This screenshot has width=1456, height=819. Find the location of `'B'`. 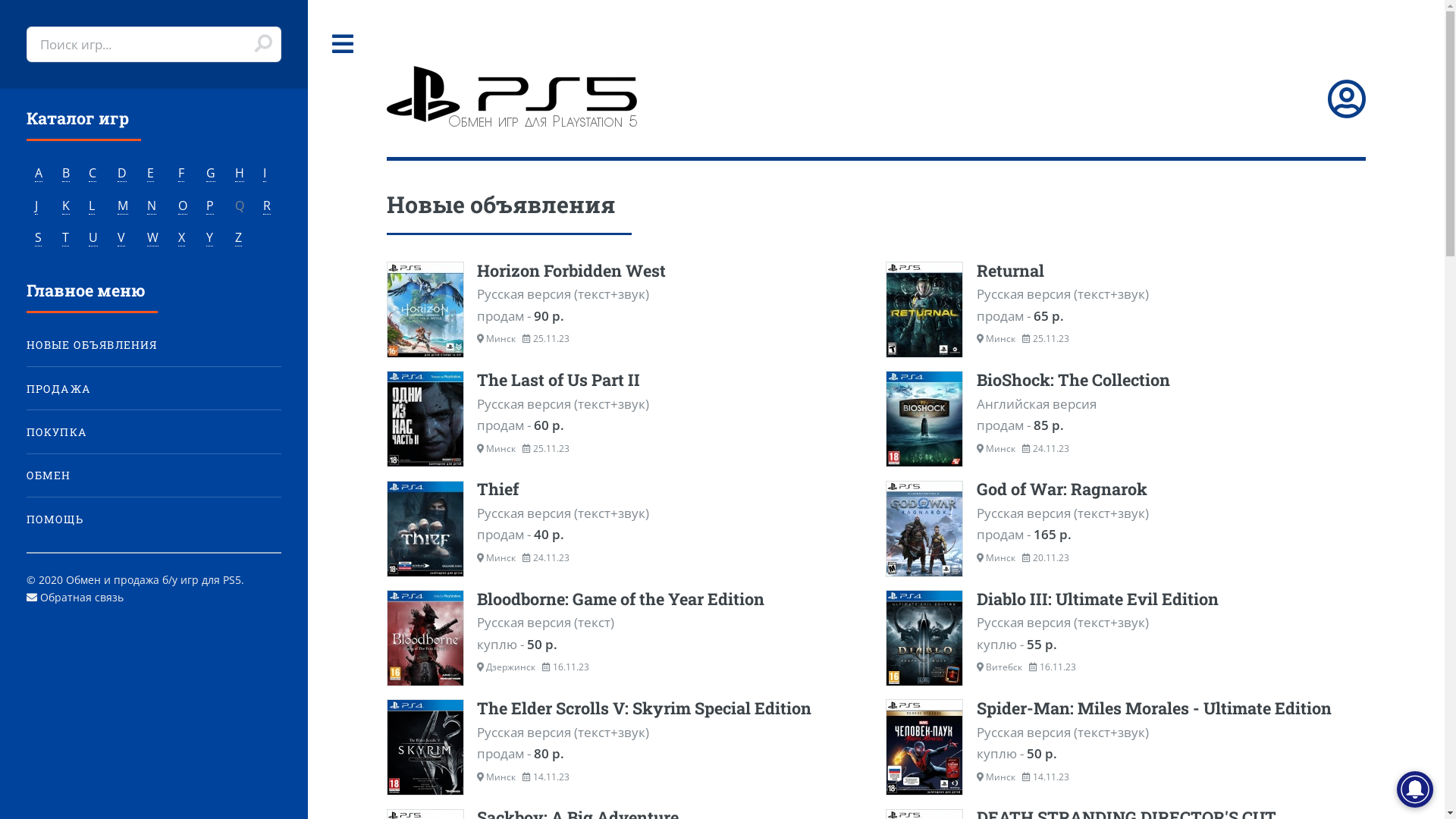

'B' is located at coordinates (64, 172).